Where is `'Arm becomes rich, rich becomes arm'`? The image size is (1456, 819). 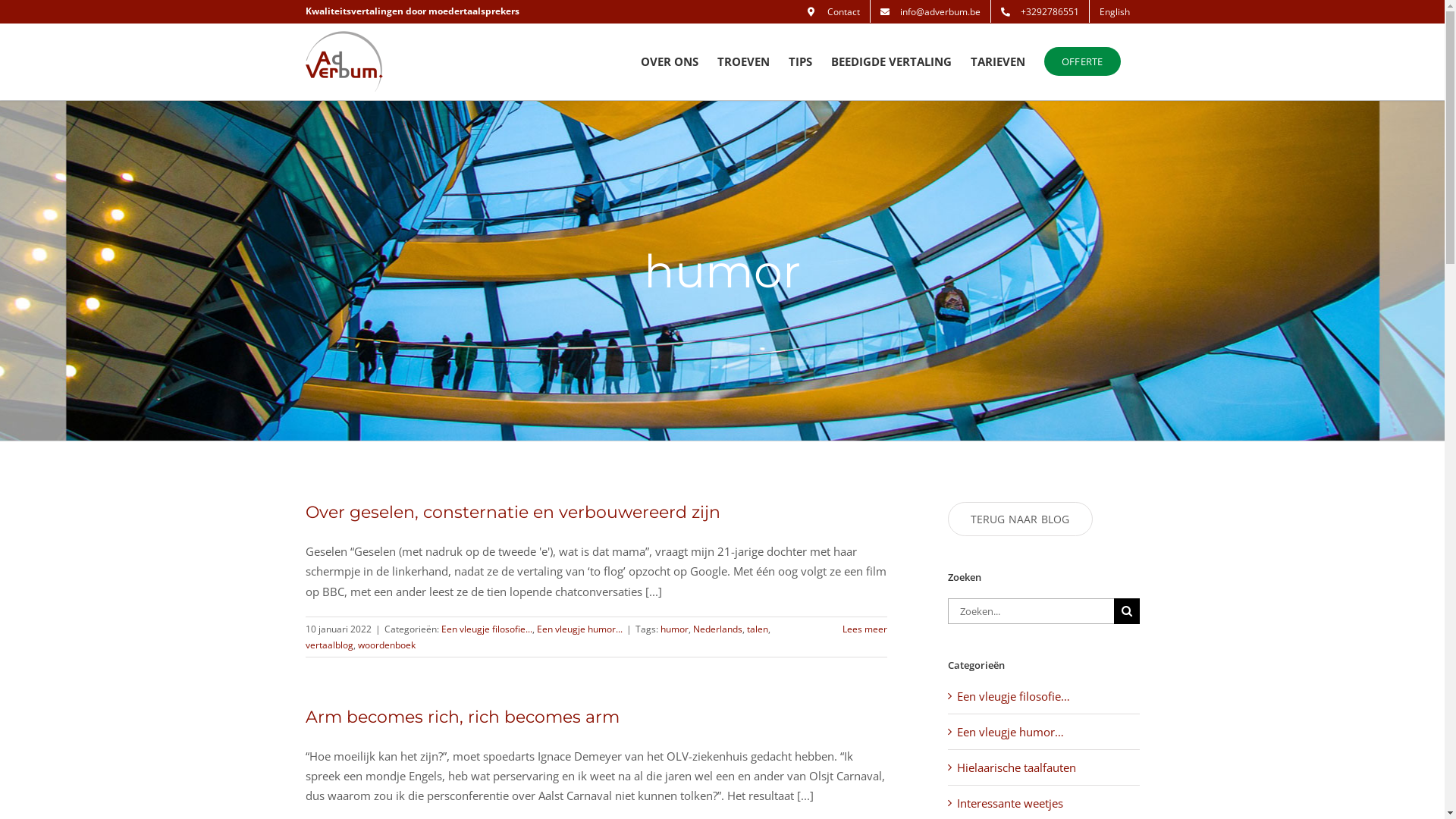
'Arm becomes rich, rich becomes arm' is located at coordinates (461, 717).